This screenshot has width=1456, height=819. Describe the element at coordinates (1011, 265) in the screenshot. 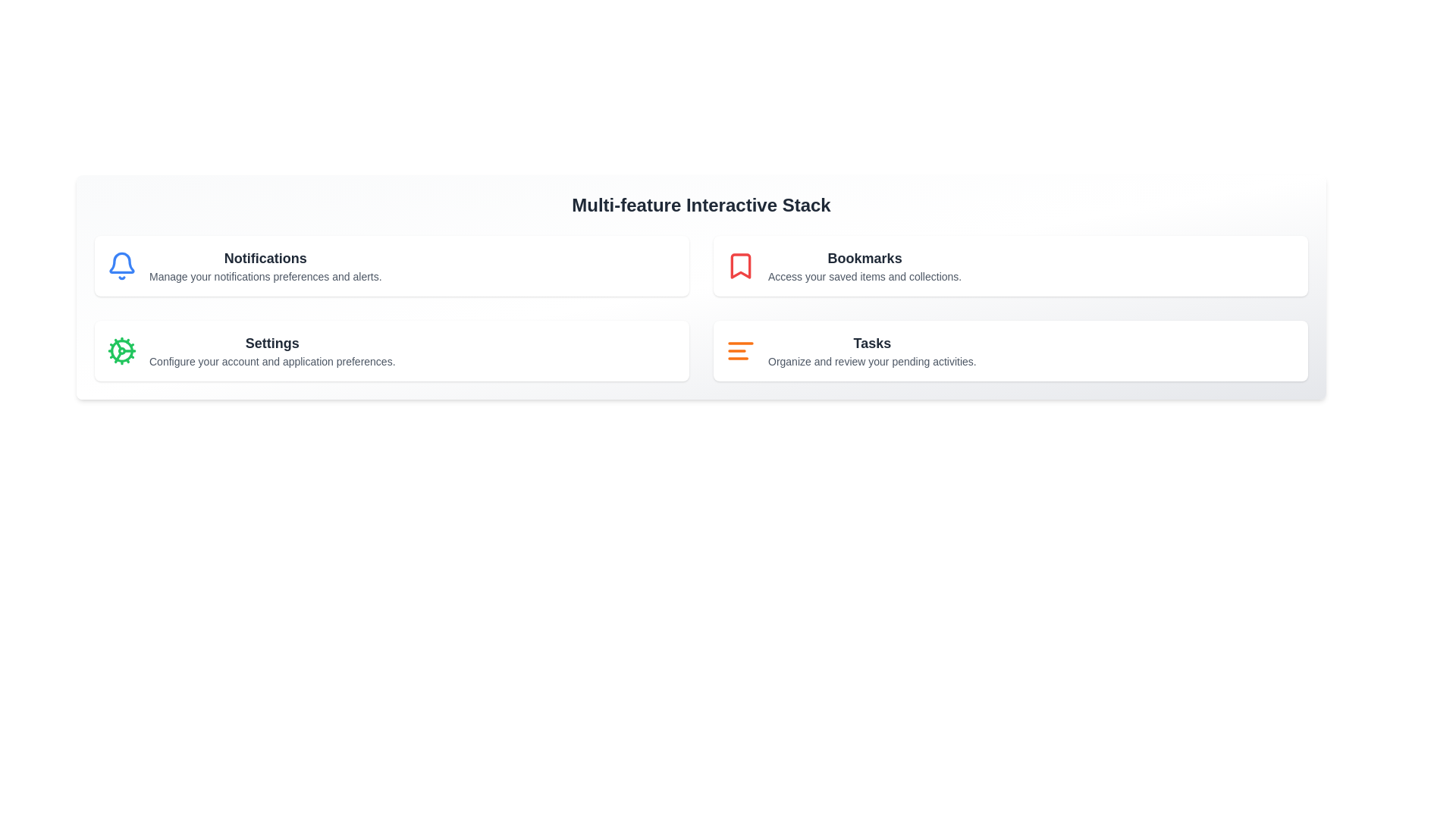

I see `the Informational panel in the upper-right section of the grid` at that location.